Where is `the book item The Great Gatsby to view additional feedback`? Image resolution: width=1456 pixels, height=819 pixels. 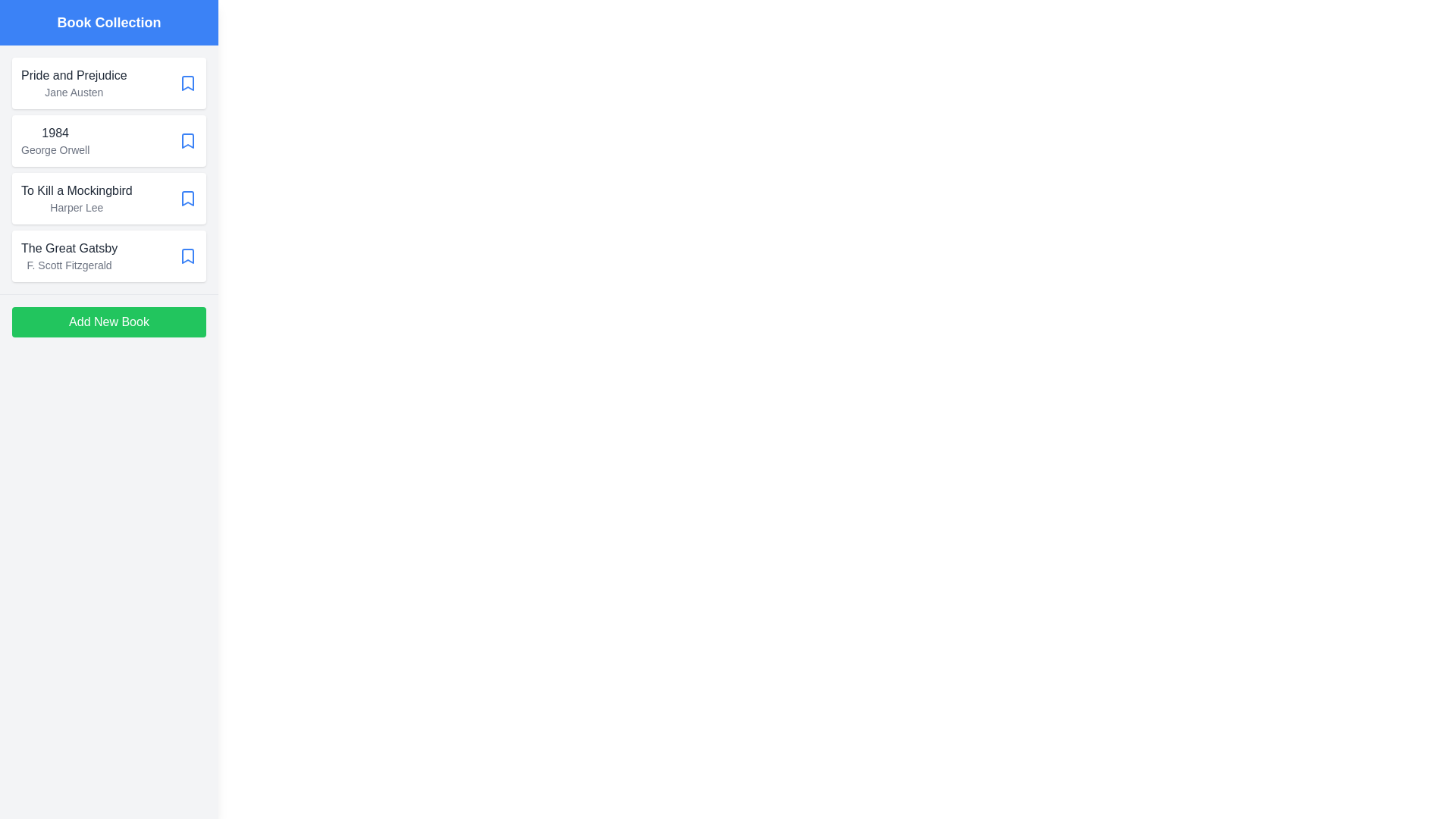
the book item The Great Gatsby to view additional feedback is located at coordinates (108, 256).